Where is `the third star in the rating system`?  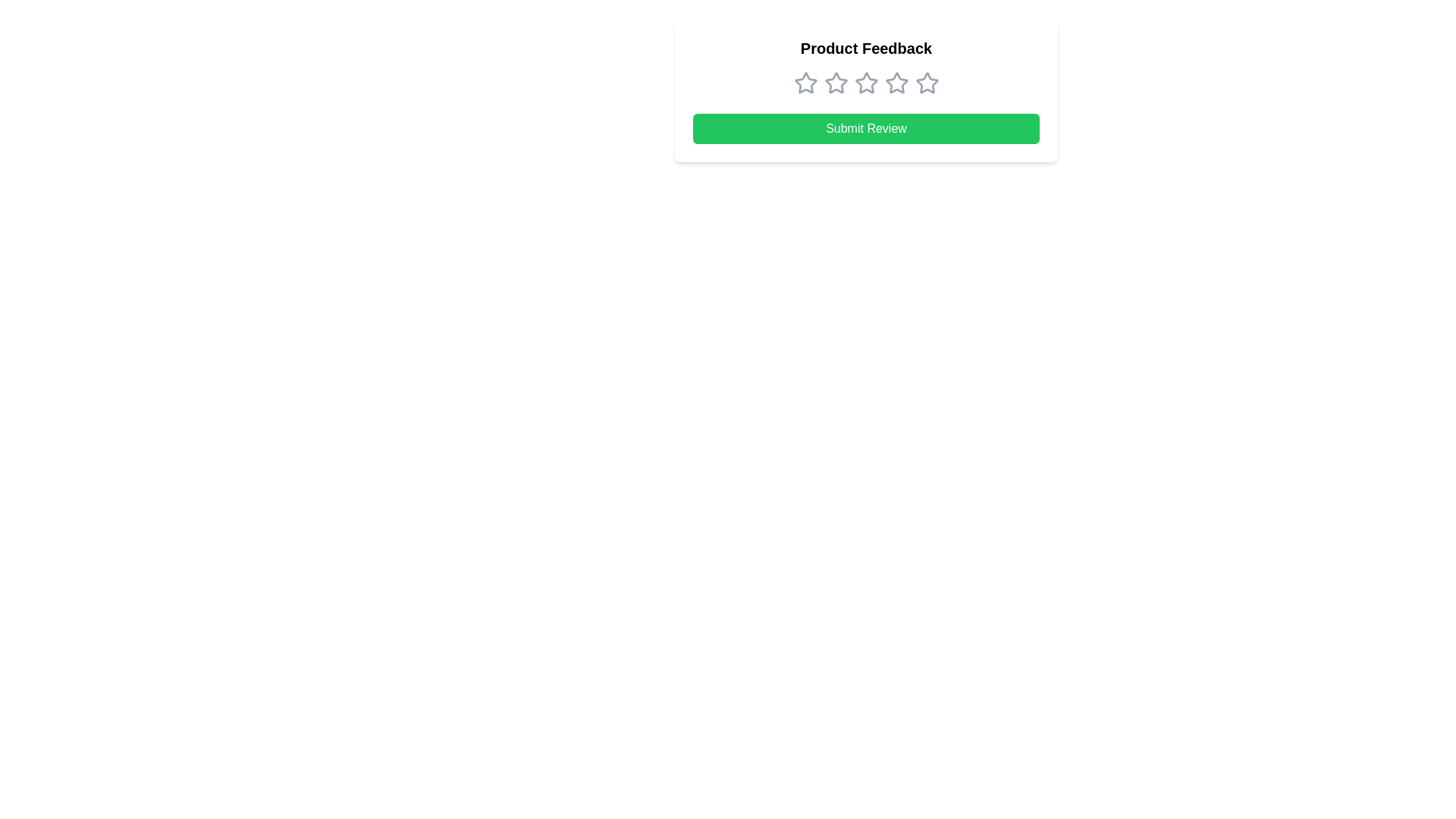
the third star in the rating system is located at coordinates (866, 83).